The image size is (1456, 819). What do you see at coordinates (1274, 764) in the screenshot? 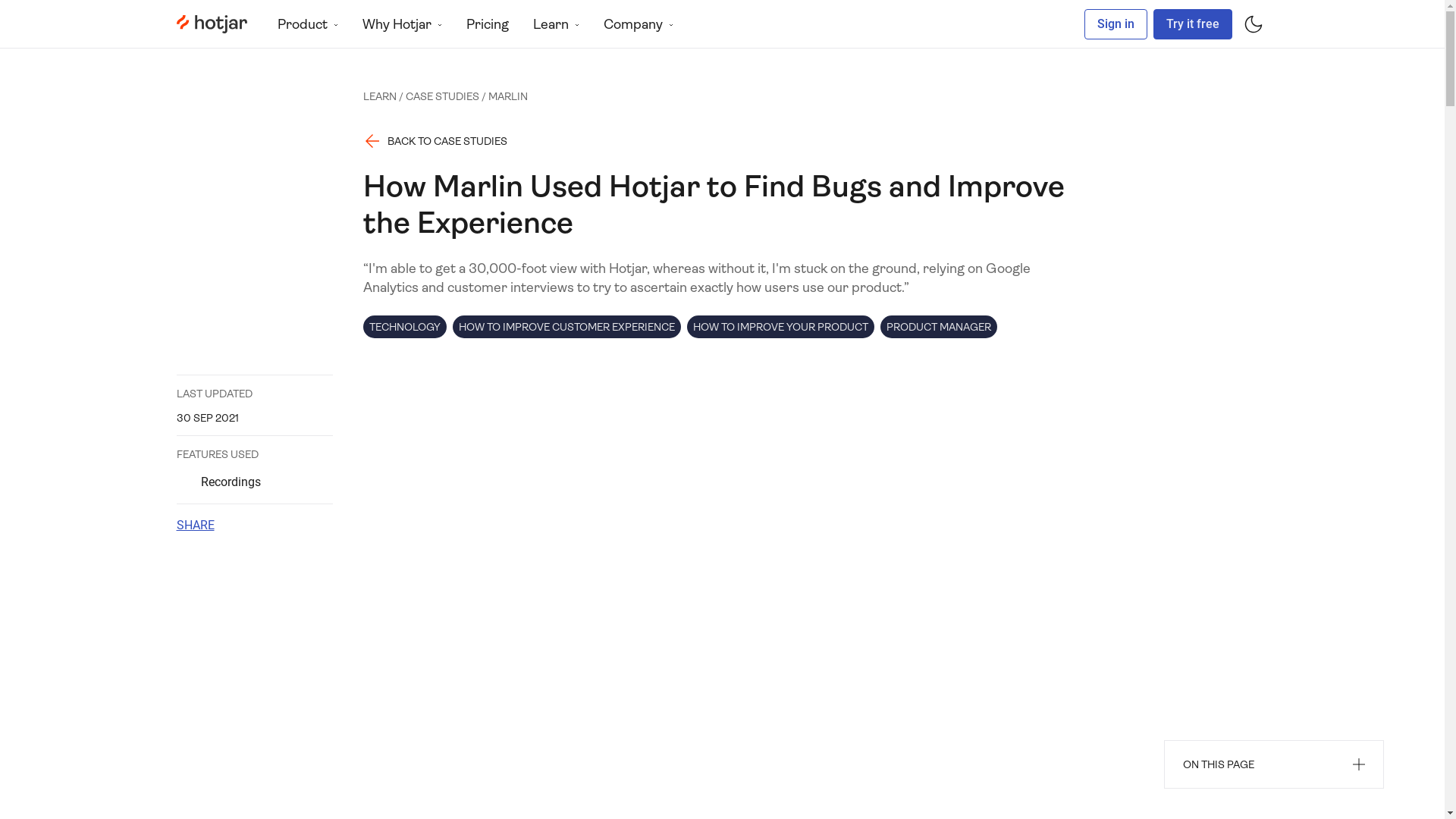
I see `'ON THIS PAGE'` at bounding box center [1274, 764].